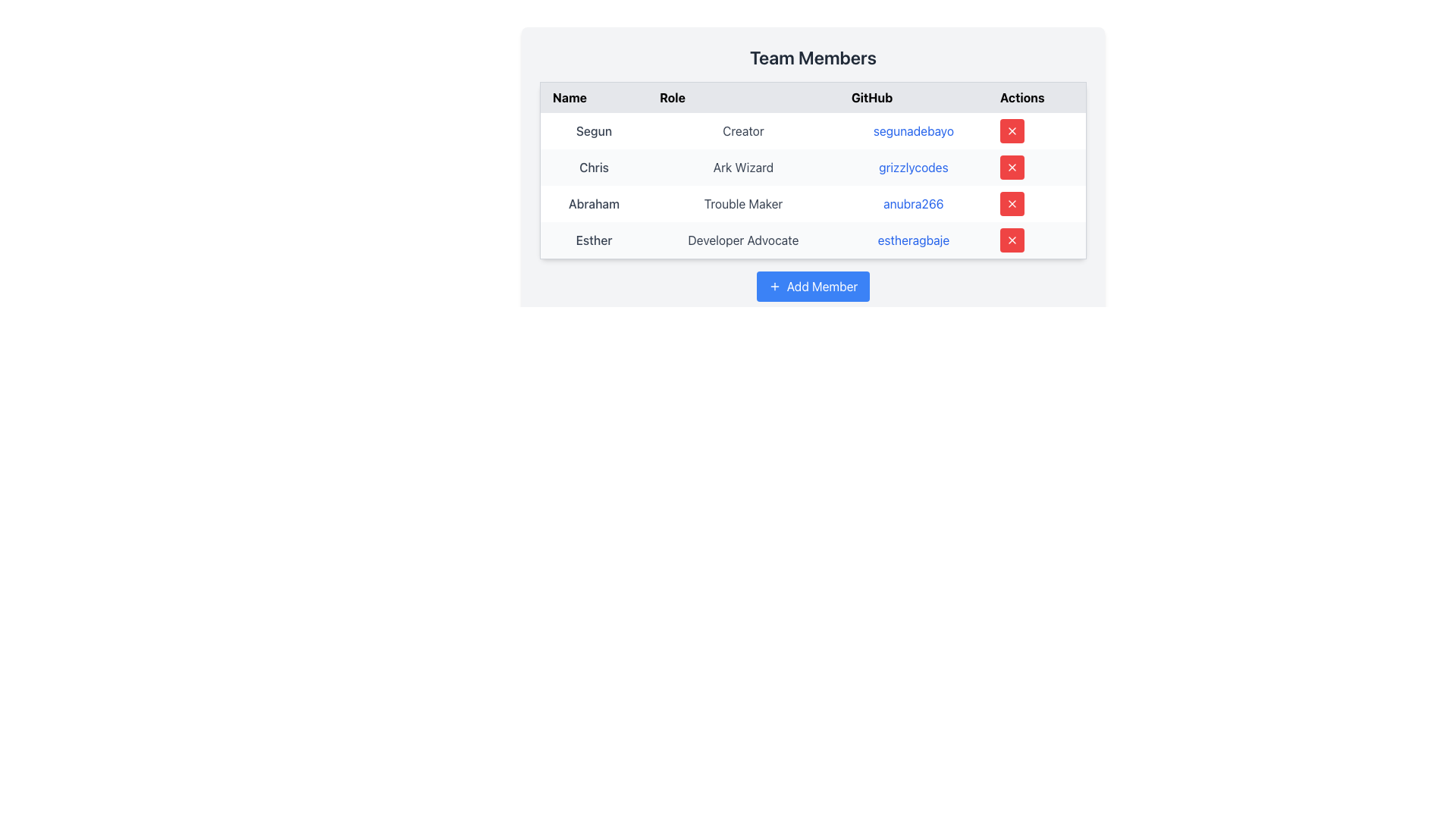  I want to click on the deletion button in the 'Actions' column of the table for team member 'Esther', so click(1012, 239).